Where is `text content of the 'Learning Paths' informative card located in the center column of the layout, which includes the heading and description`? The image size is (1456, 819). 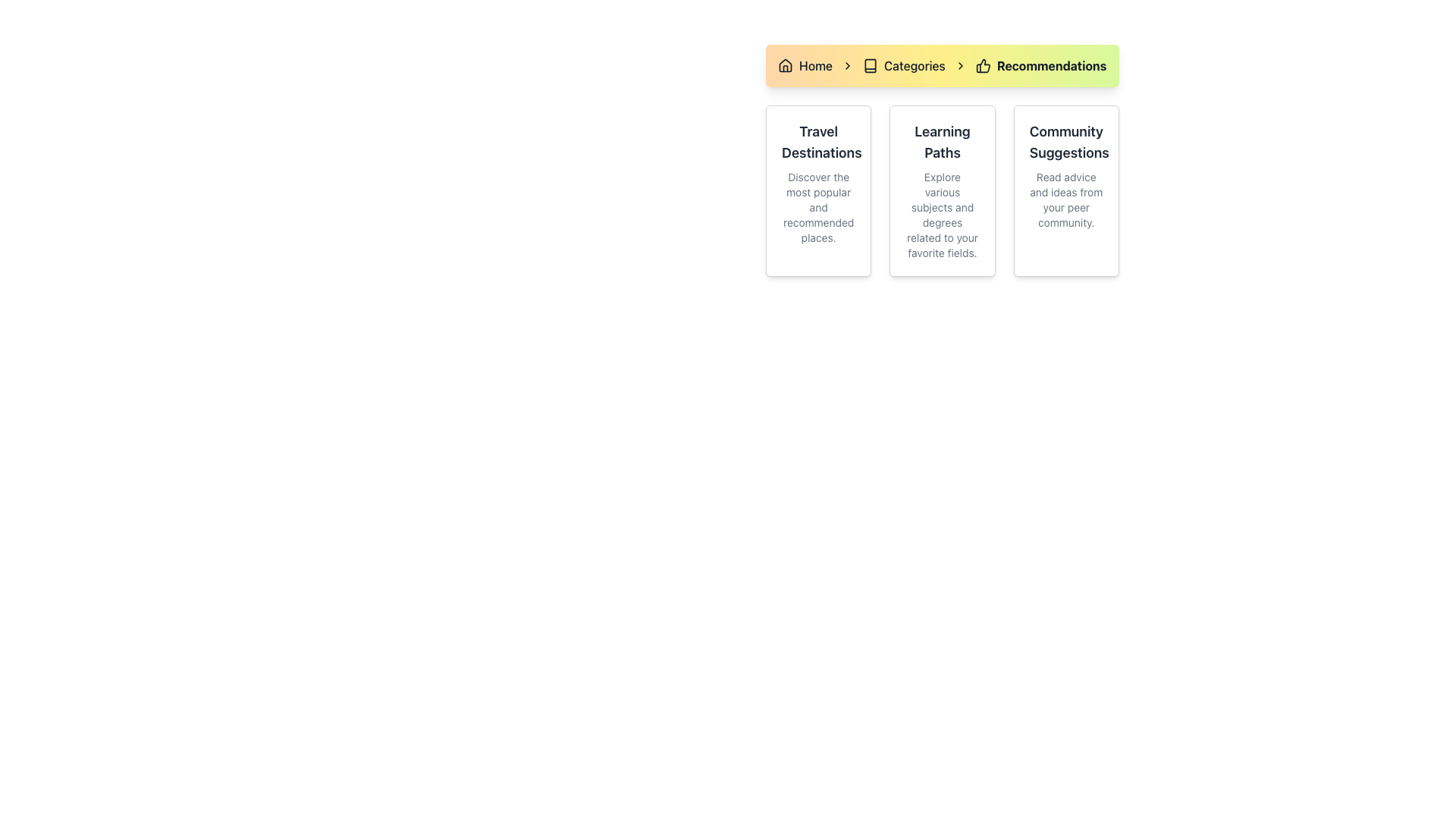
text content of the 'Learning Paths' informative card located in the center column of the layout, which includes the heading and description is located at coordinates (942, 161).